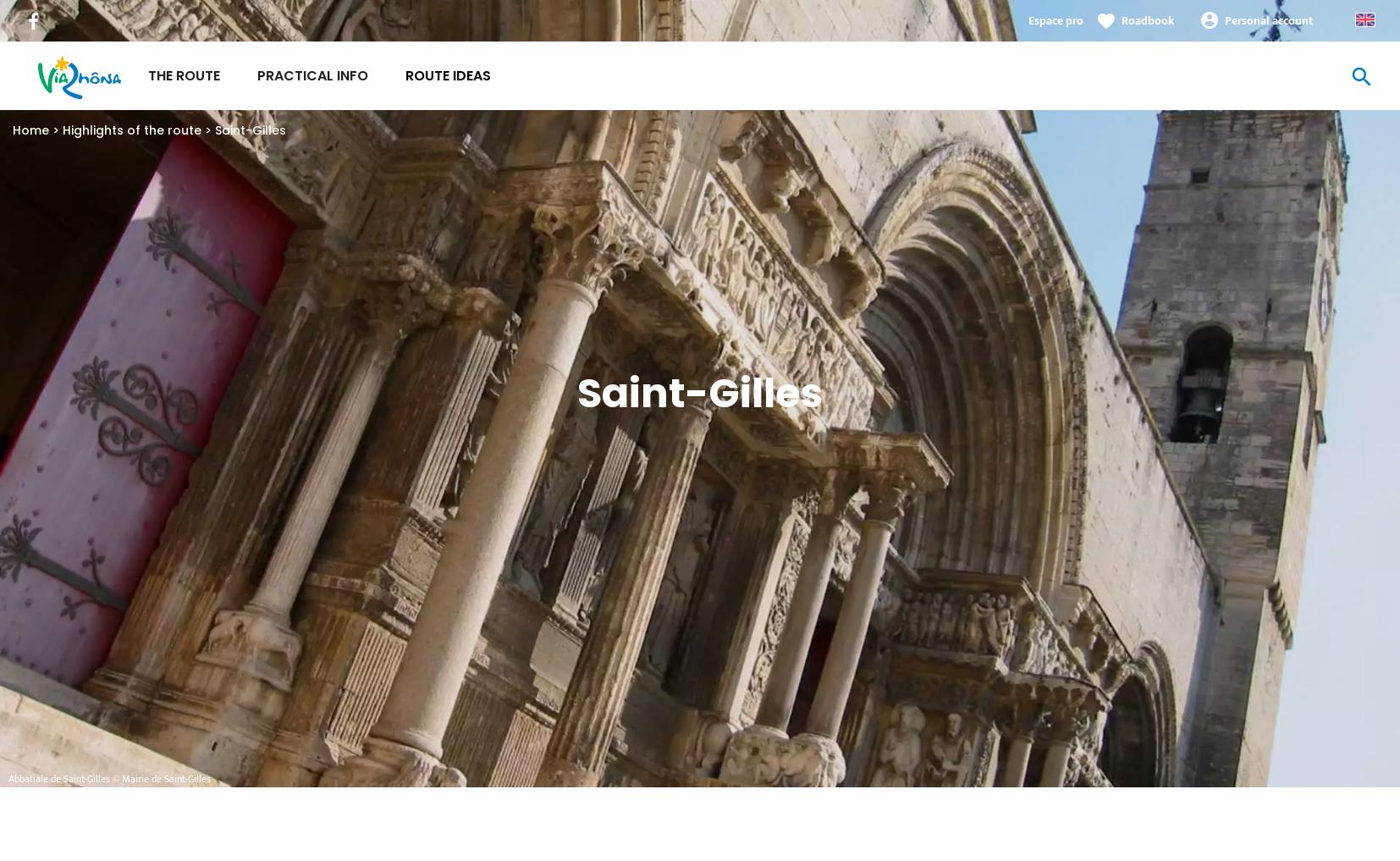 Image resolution: width=1400 pixels, height=861 pixels. I want to click on 'Route ideas', so click(448, 75).